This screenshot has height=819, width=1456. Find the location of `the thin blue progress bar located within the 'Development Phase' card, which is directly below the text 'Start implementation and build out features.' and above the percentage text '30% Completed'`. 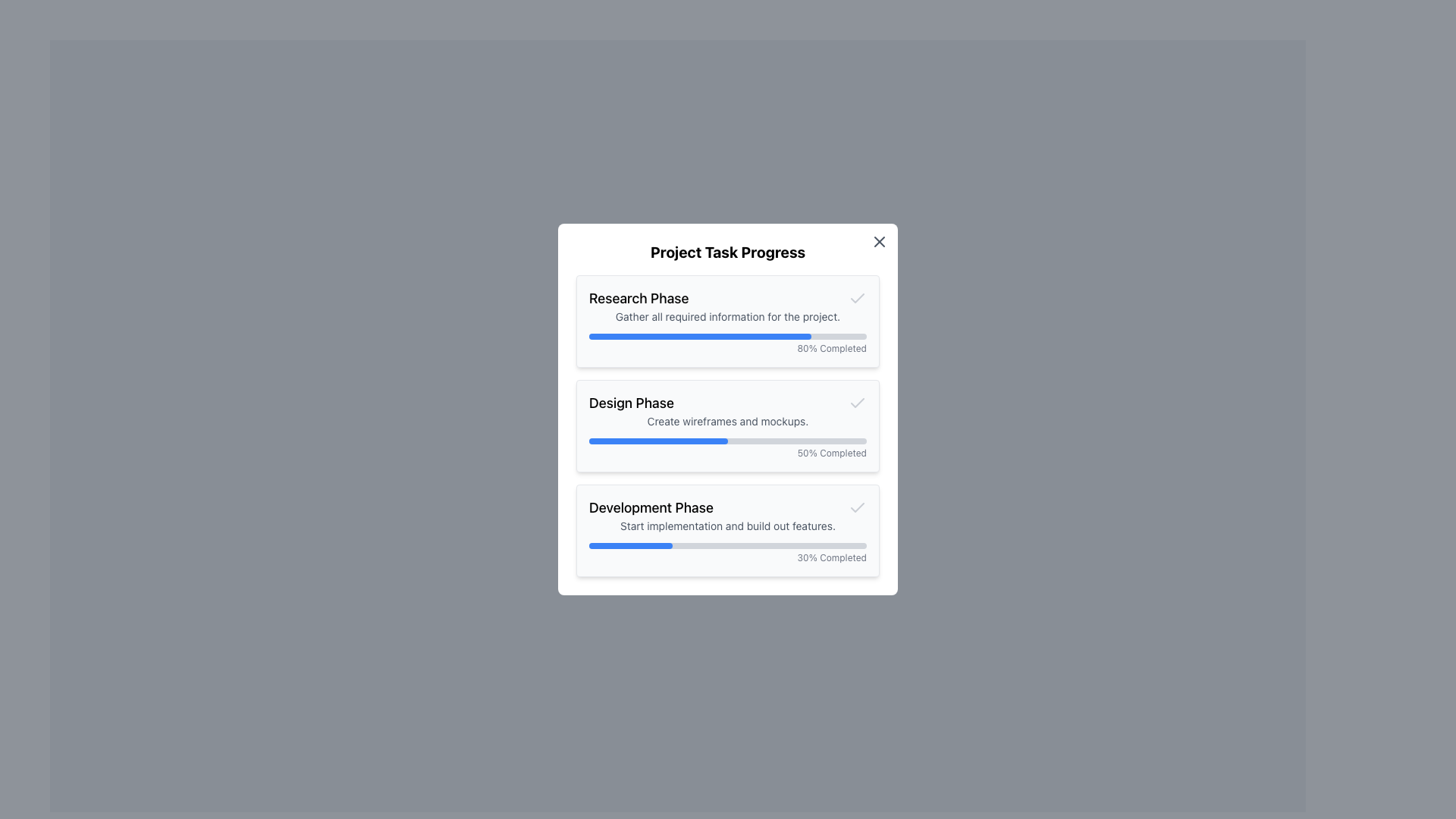

the thin blue progress bar located within the 'Development Phase' card, which is directly below the text 'Start implementation and build out features.' and above the percentage text '30% Completed' is located at coordinates (728, 546).